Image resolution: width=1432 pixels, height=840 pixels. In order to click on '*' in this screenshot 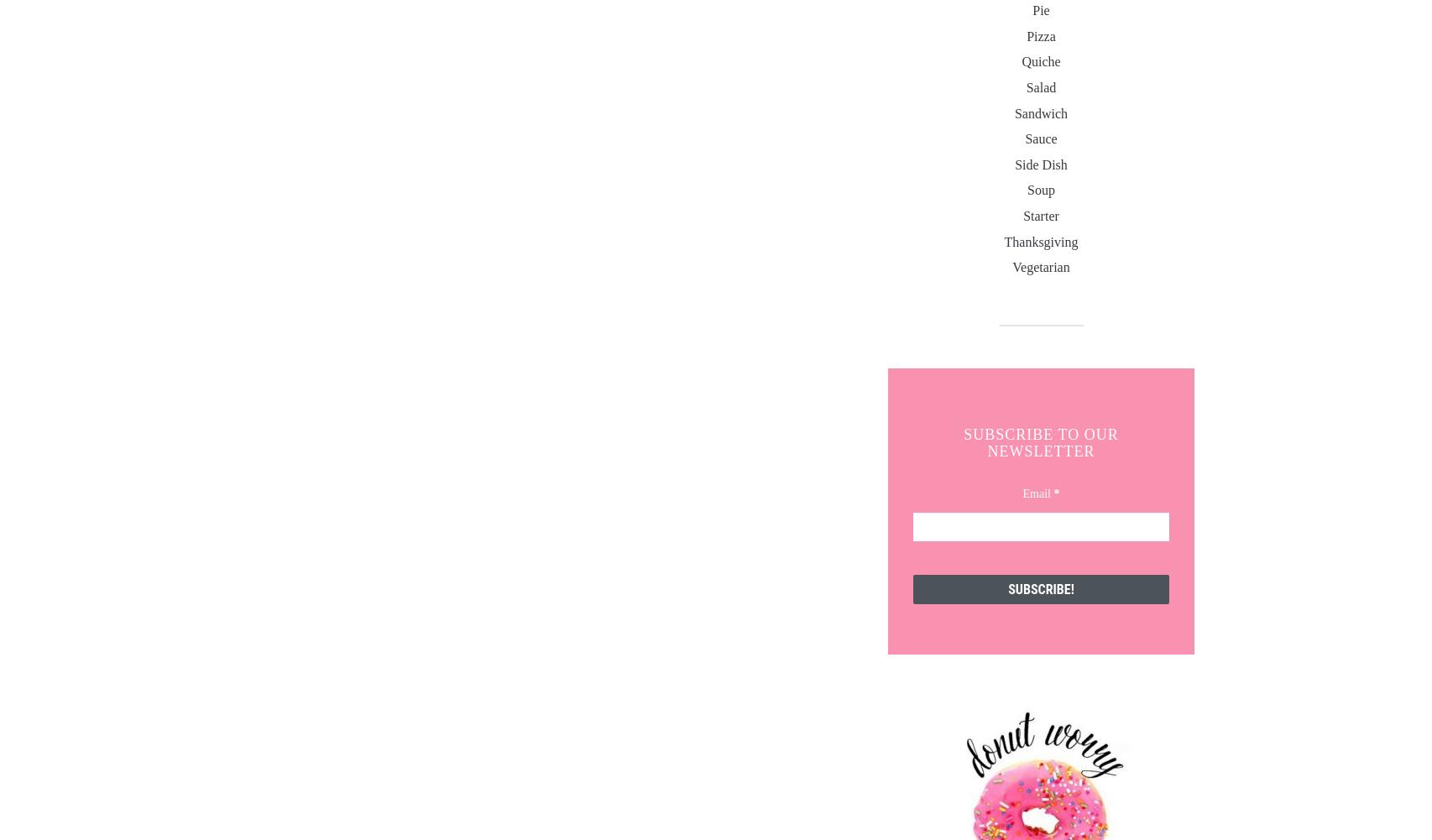, I will do `click(1056, 493)`.